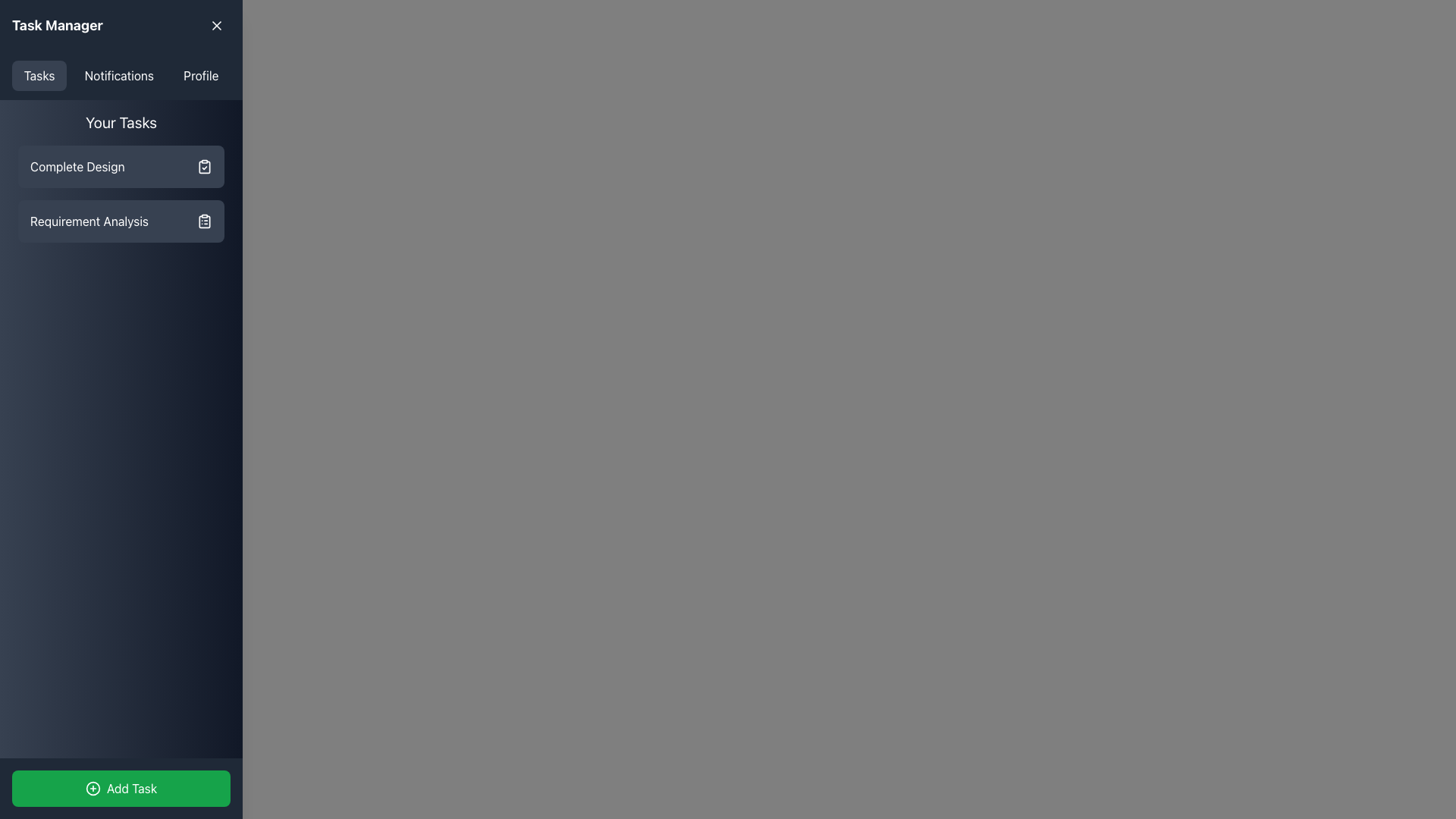 Image resolution: width=1456 pixels, height=819 pixels. Describe the element at coordinates (120, 788) in the screenshot. I see `the 'Add Task' button, which is a vibrant green rectangular button with a white '+' icon and the text 'Add Task' in white, located at the bottom-left corner of the interface` at that location.